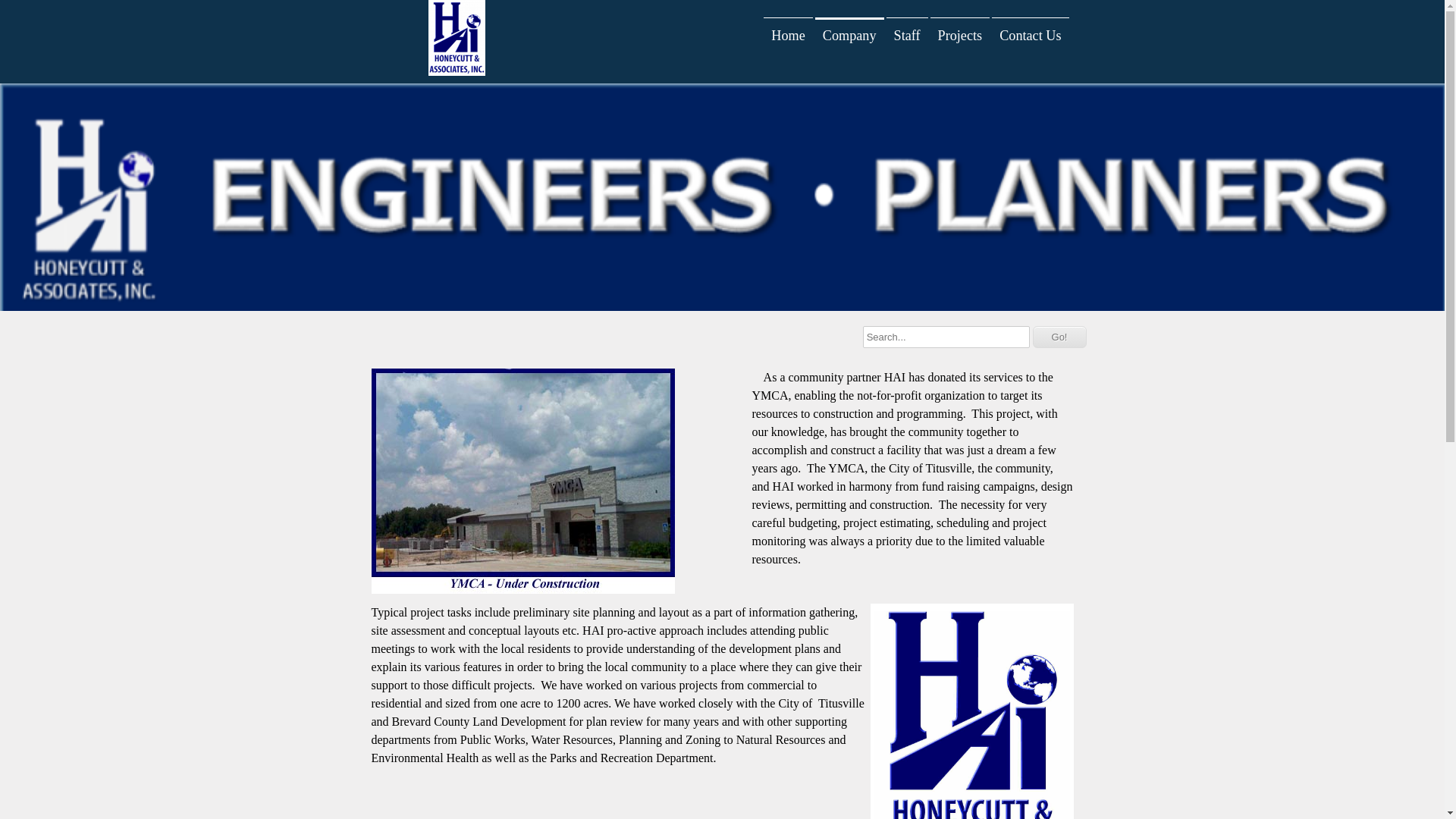  I want to click on 'Contact Us', so click(1030, 34).